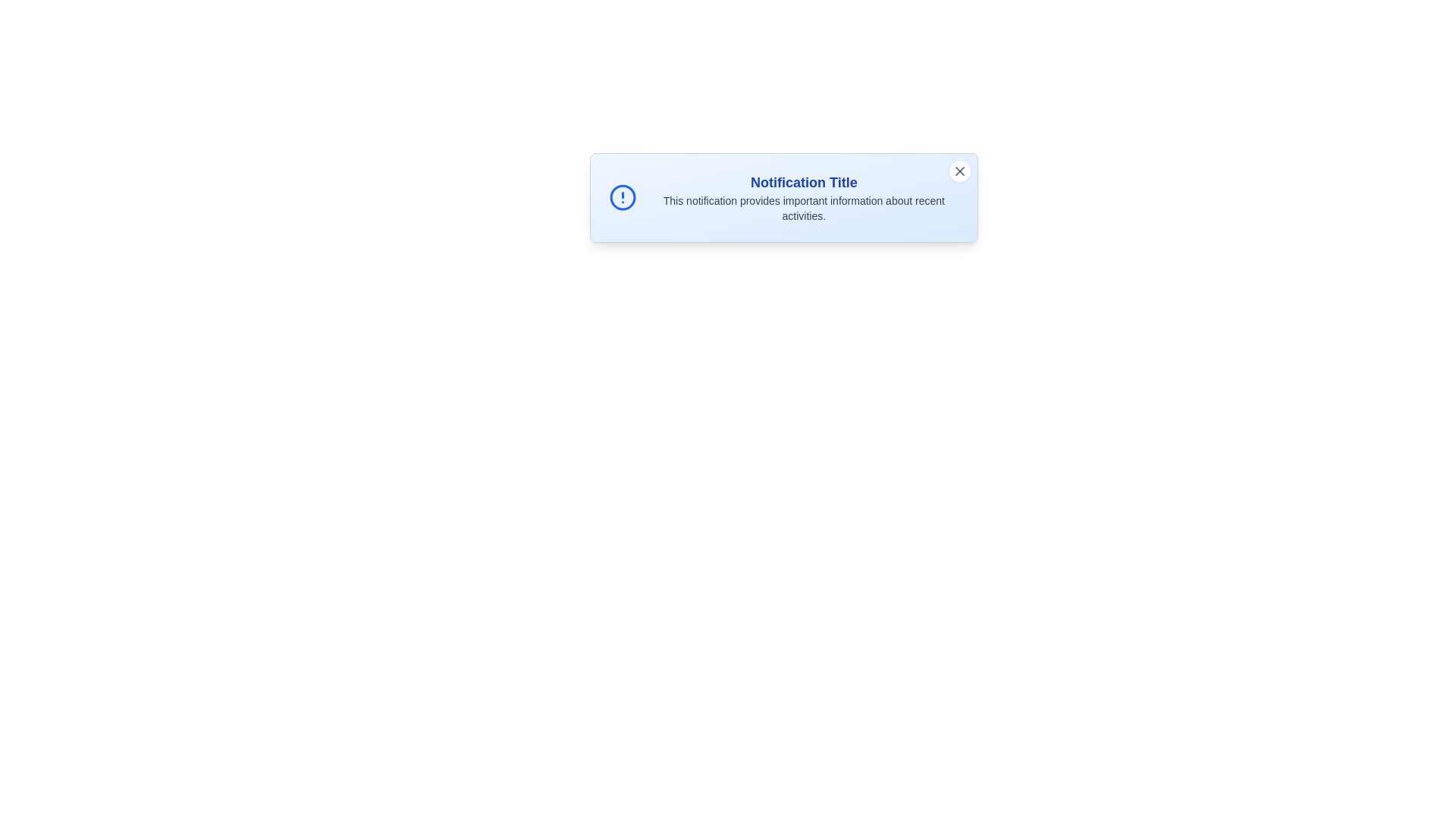  Describe the element at coordinates (803, 197) in the screenshot. I see `text from the main textual content of the notification located within the notification box, situated to the right of a blue icon` at that location.